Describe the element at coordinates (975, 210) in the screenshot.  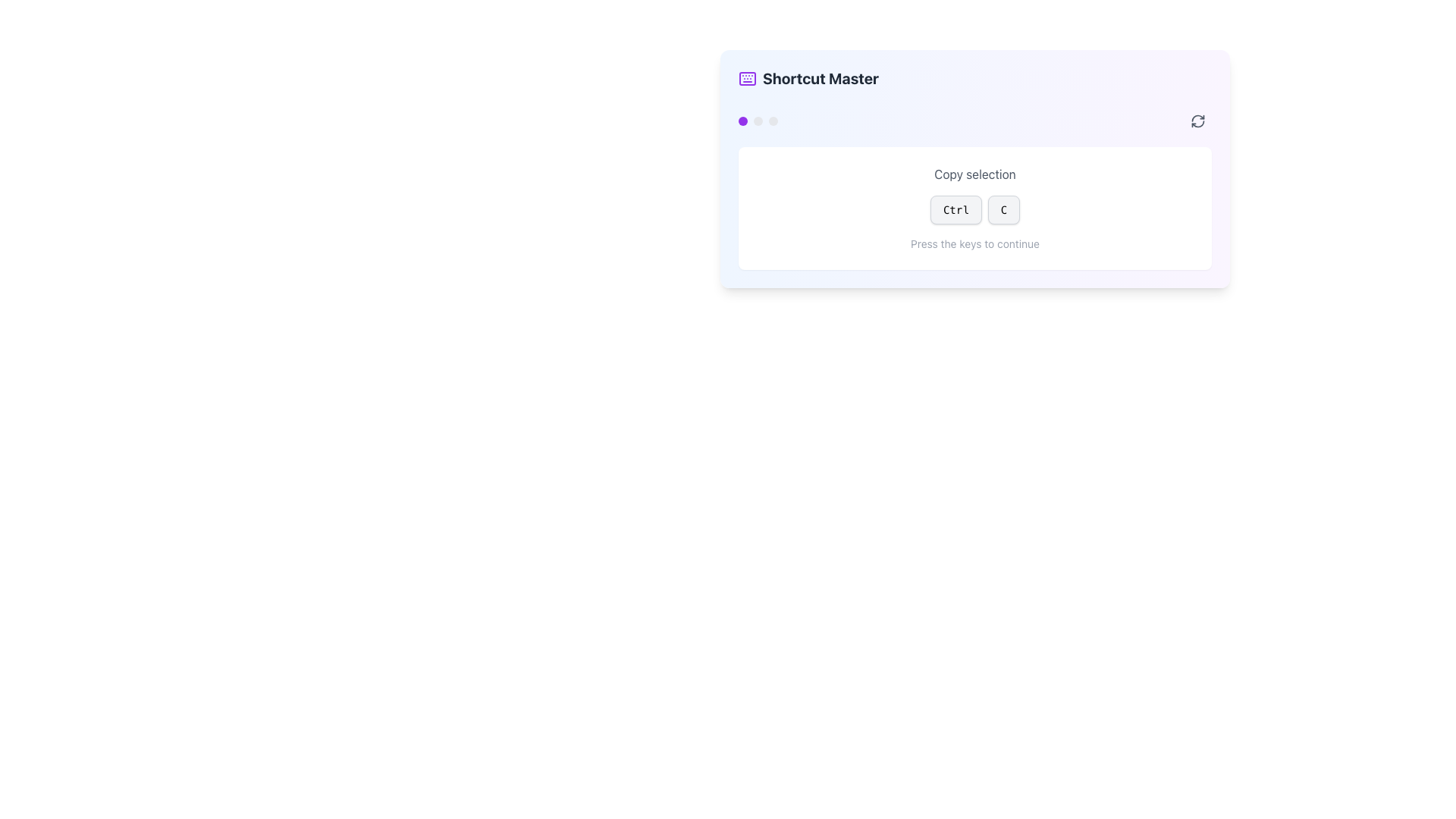
I see `the styled non-interactive buttons representing the keyboard shortcut 'Ctrl' and 'C', located centrally under 'Copy selection'` at that location.